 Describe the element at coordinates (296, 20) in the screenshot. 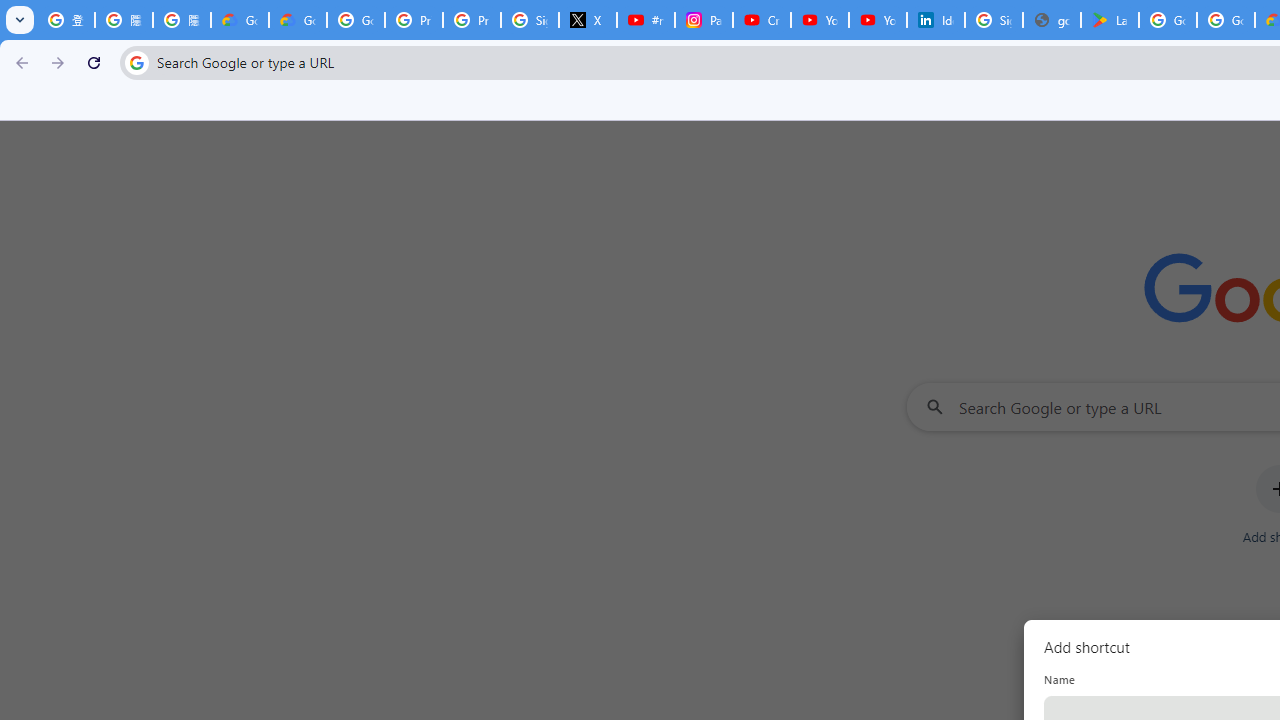

I see `'Google Cloud Privacy Notice'` at that location.